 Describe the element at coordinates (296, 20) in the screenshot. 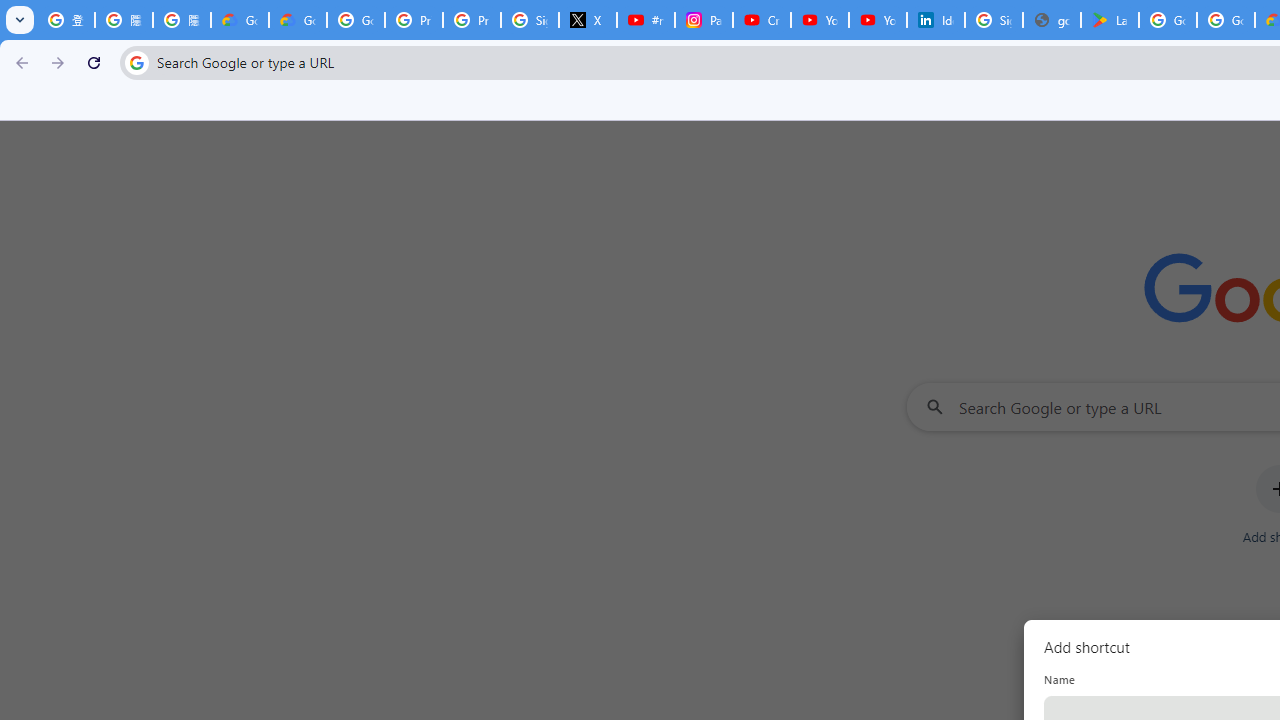

I see `'Google Cloud Privacy Notice'` at that location.